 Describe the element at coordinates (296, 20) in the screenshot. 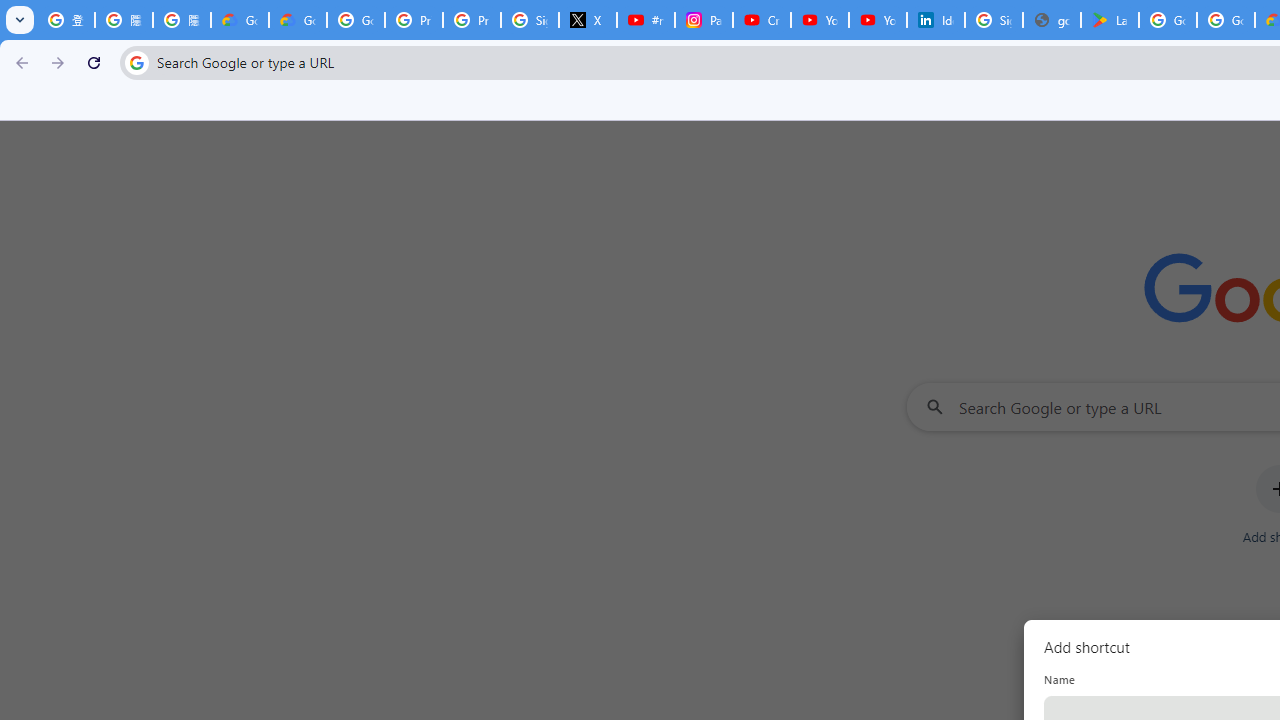

I see `'Google Cloud Privacy Notice'` at that location.